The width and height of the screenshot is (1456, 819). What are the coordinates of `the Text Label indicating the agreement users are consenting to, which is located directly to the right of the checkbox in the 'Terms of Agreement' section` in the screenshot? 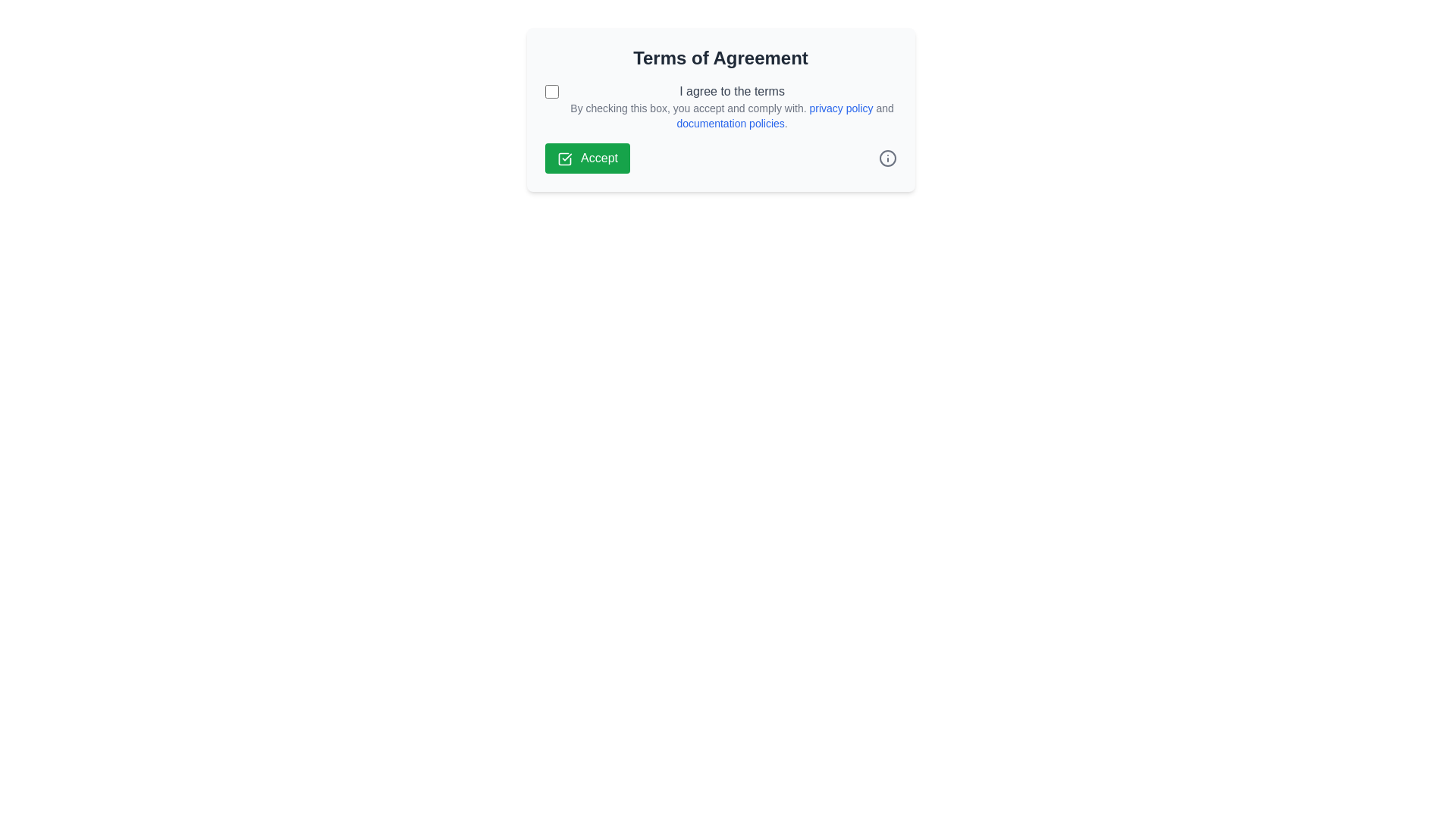 It's located at (732, 91).